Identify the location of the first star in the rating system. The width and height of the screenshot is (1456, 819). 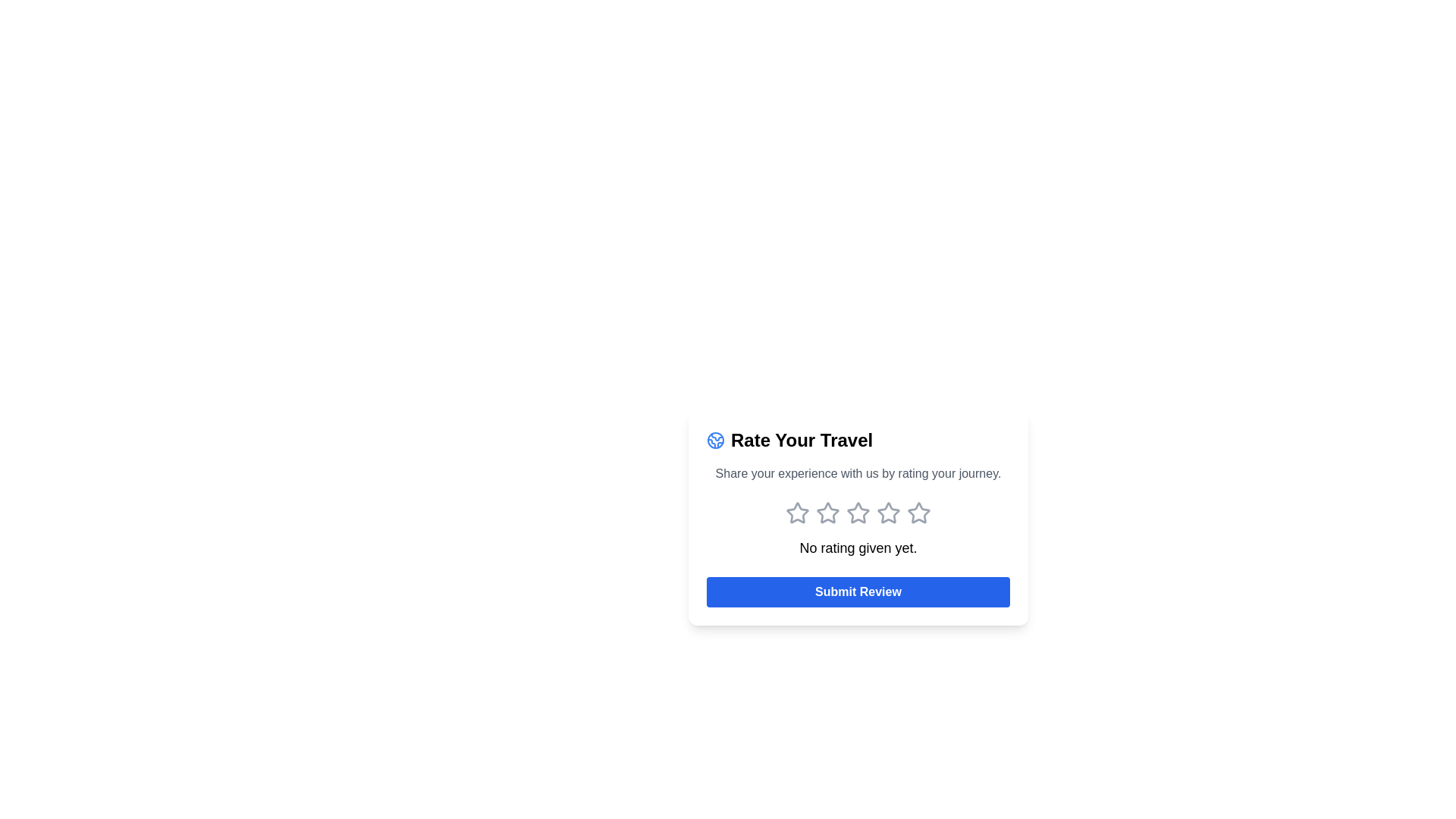
(826, 512).